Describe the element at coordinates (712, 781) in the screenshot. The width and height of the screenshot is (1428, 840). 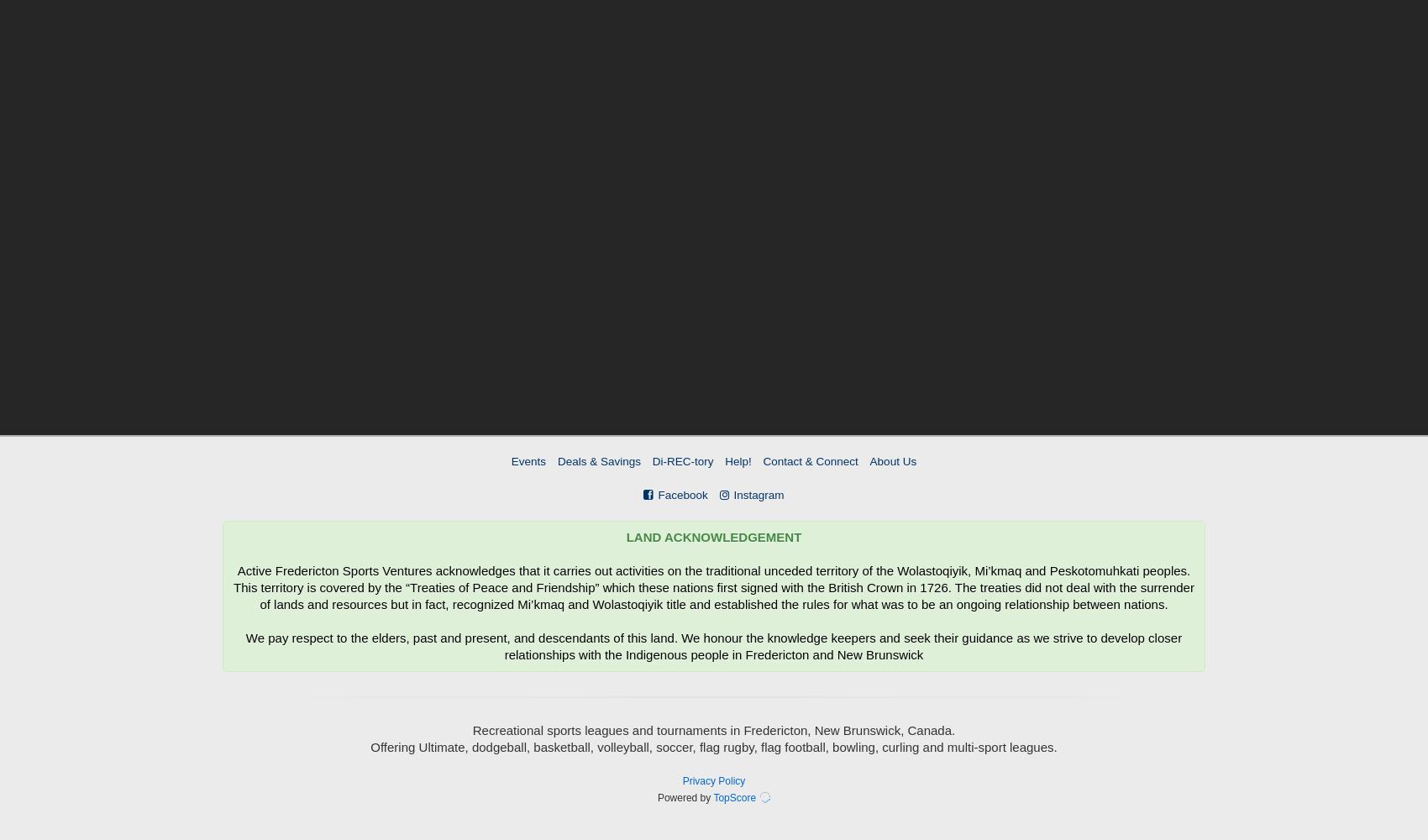
I see `'Privacy Policy'` at that location.